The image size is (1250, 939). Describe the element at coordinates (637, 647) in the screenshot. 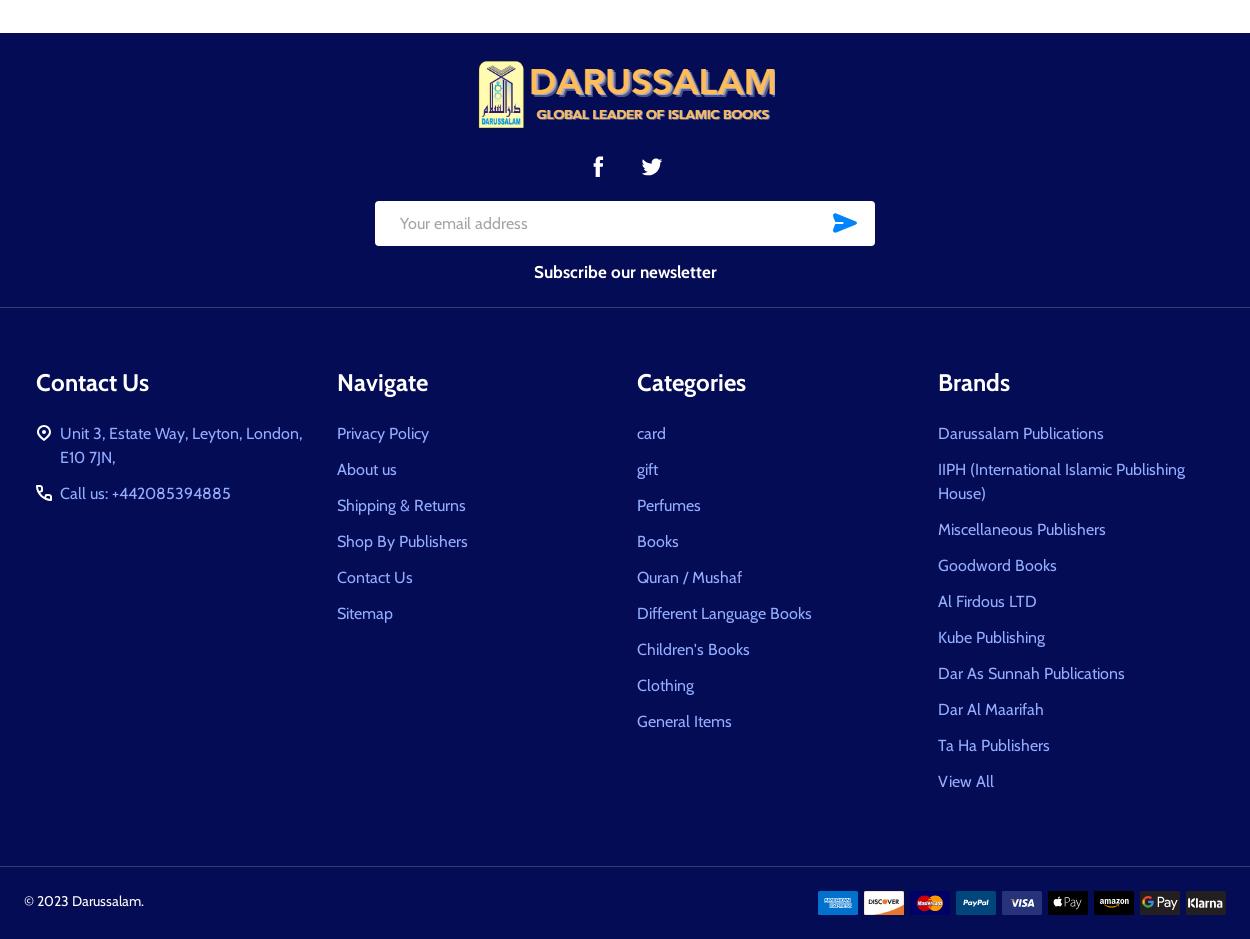

I see `'Children's Books'` at that location.